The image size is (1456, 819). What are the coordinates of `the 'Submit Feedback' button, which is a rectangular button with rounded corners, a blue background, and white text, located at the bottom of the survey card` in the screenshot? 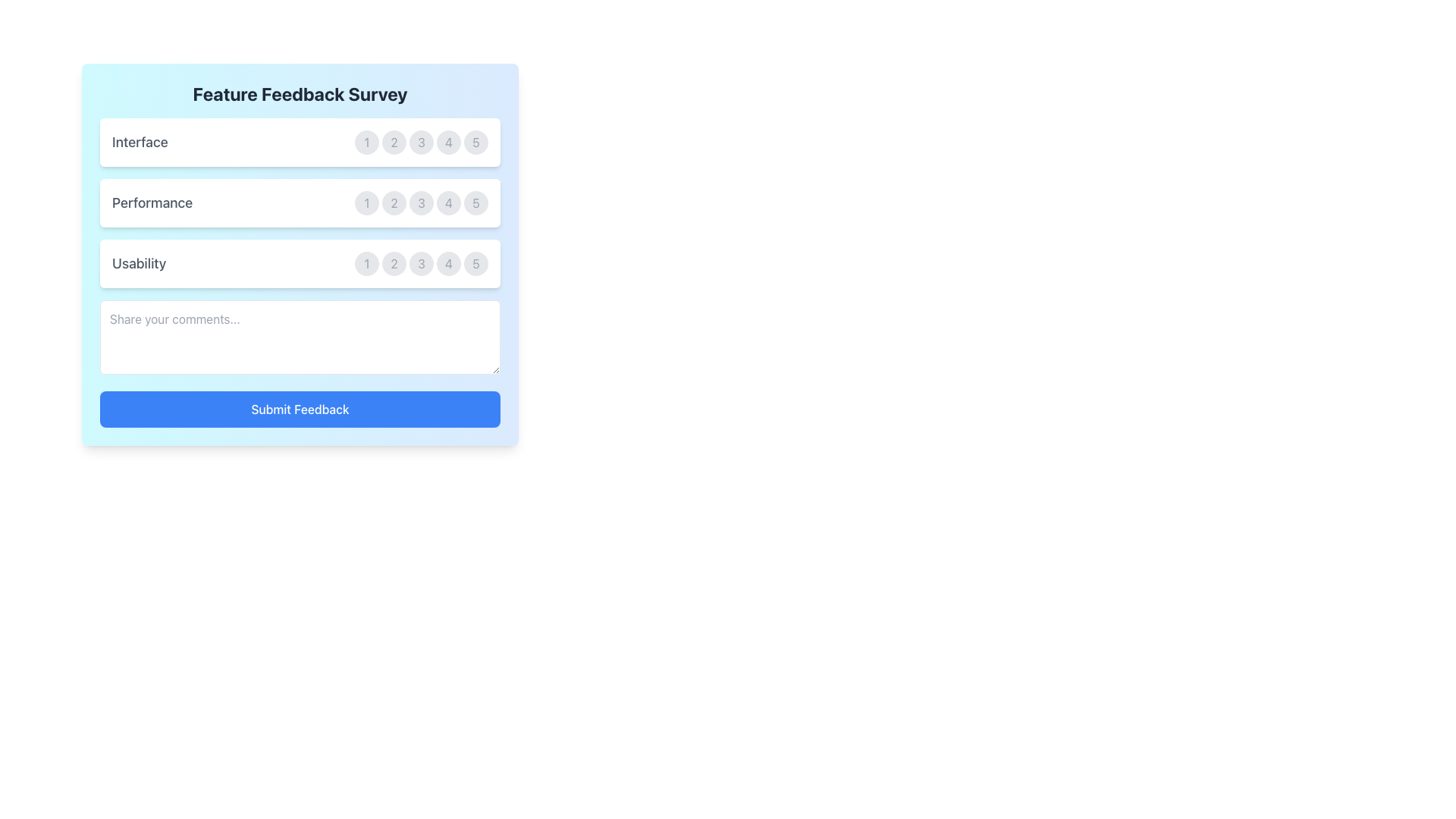 It's located at (300, 409).